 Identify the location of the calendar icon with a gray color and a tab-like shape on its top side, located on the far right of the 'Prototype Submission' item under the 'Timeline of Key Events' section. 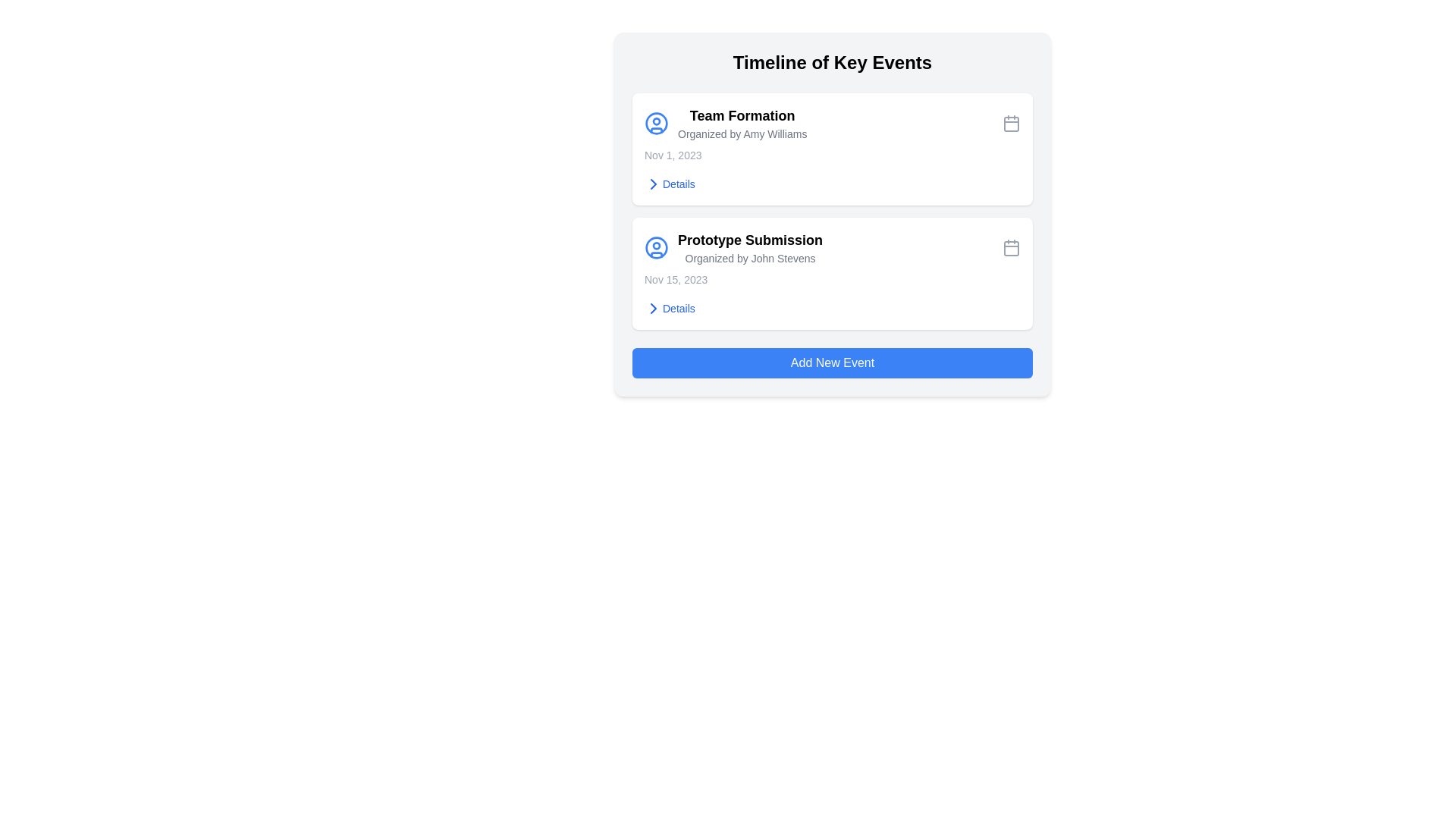
(1012, 247).